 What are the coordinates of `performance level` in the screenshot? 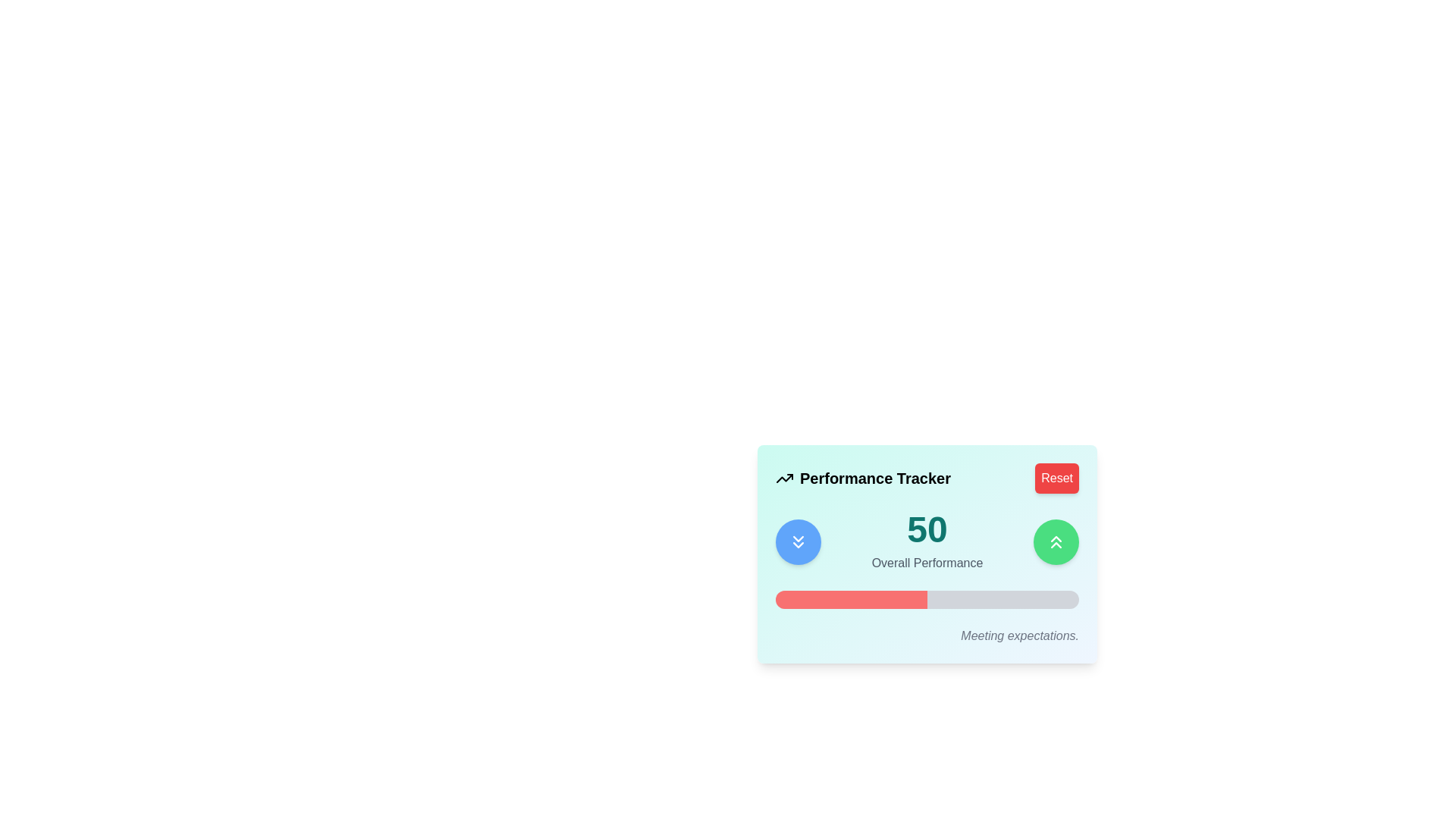 It's located at (1000, 598).